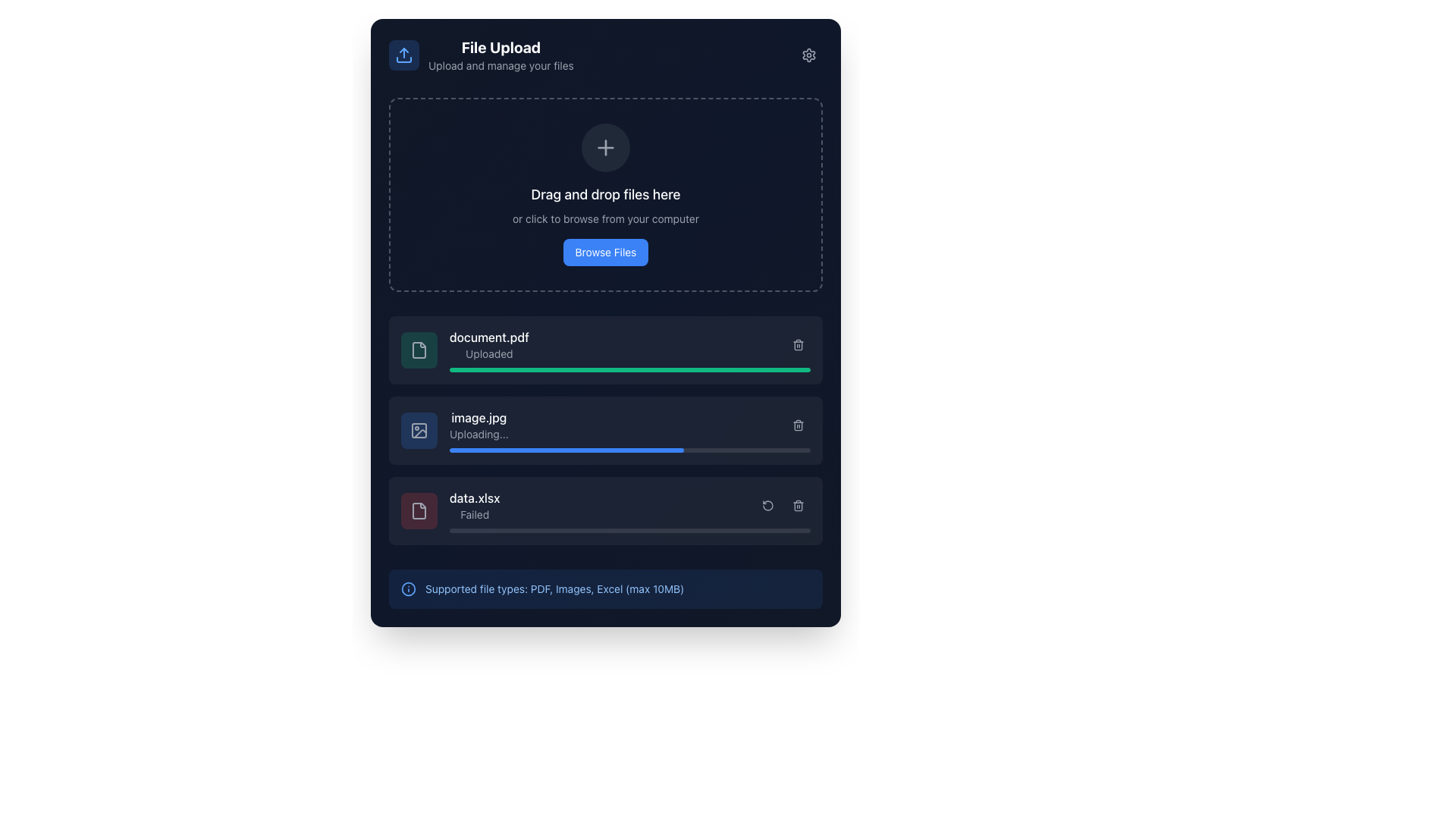 The image size is (1456, 819). Describe the element at coordinates (604, 251) in the screenshot. I see `the button with a blue background and white text saying 'Browse Files'` at that location.